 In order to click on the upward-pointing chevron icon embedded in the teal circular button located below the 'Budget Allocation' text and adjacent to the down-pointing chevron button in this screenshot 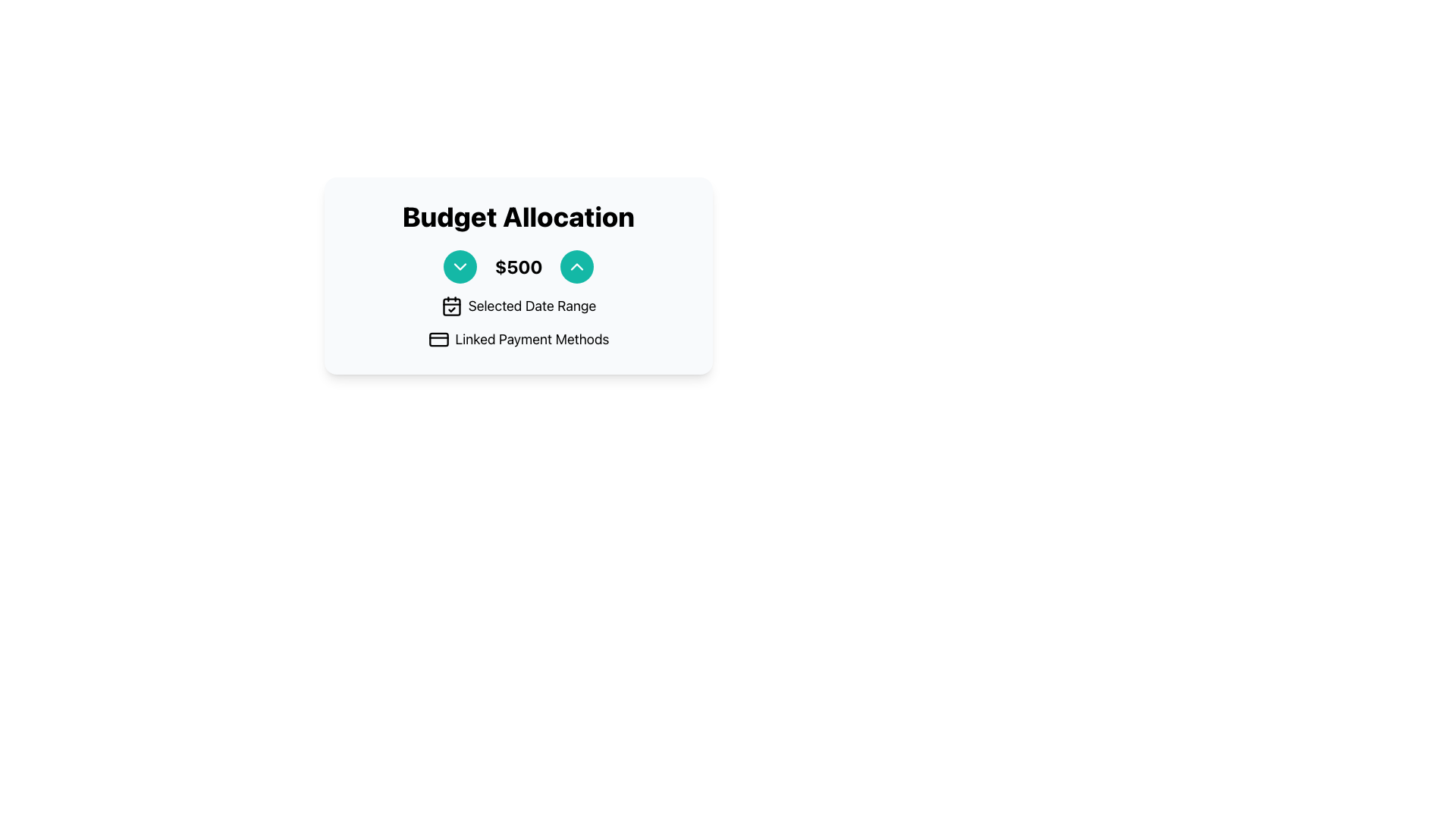, I will do `click(576, 265)`.